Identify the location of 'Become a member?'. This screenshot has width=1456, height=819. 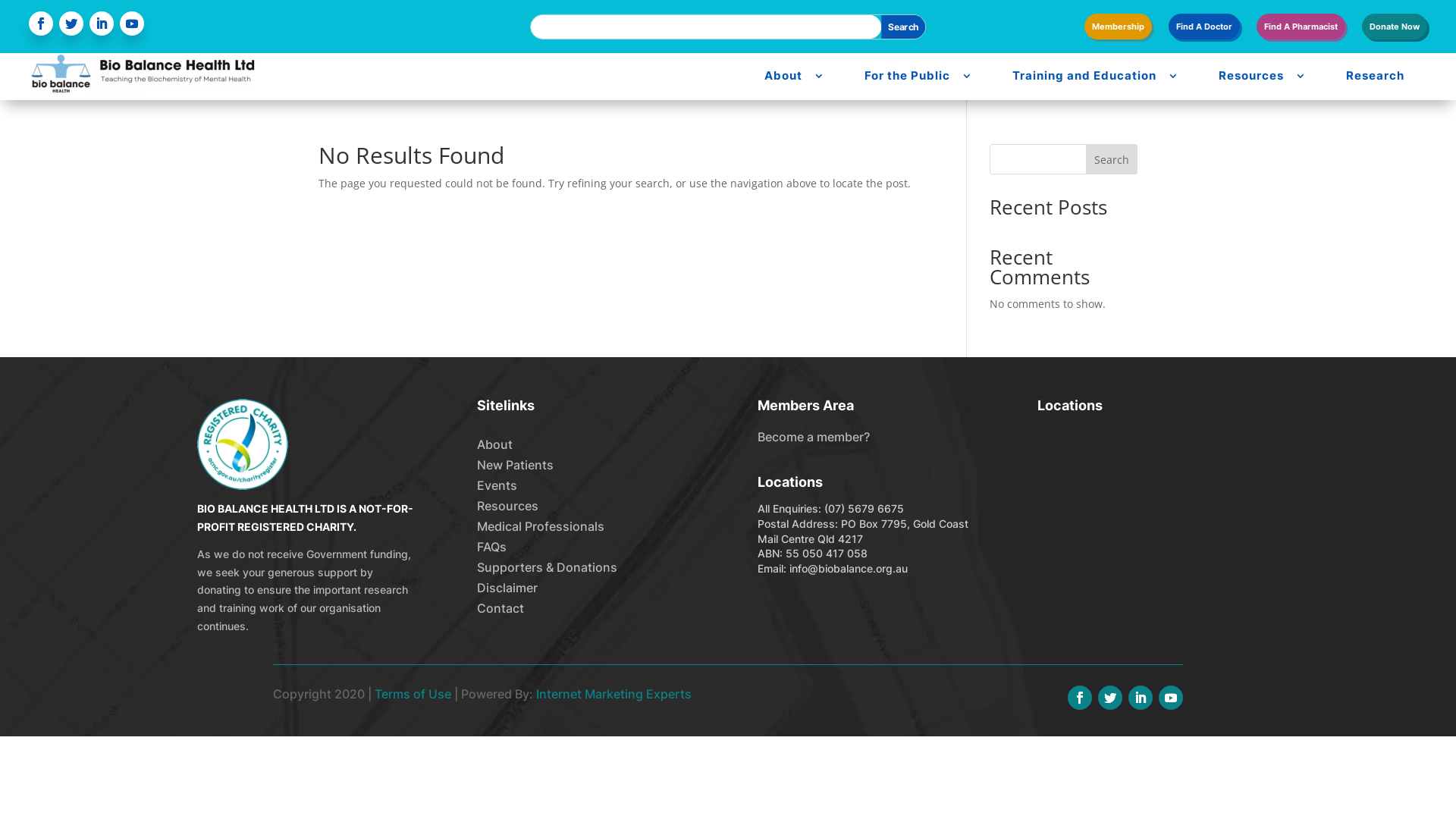
(757, 436).